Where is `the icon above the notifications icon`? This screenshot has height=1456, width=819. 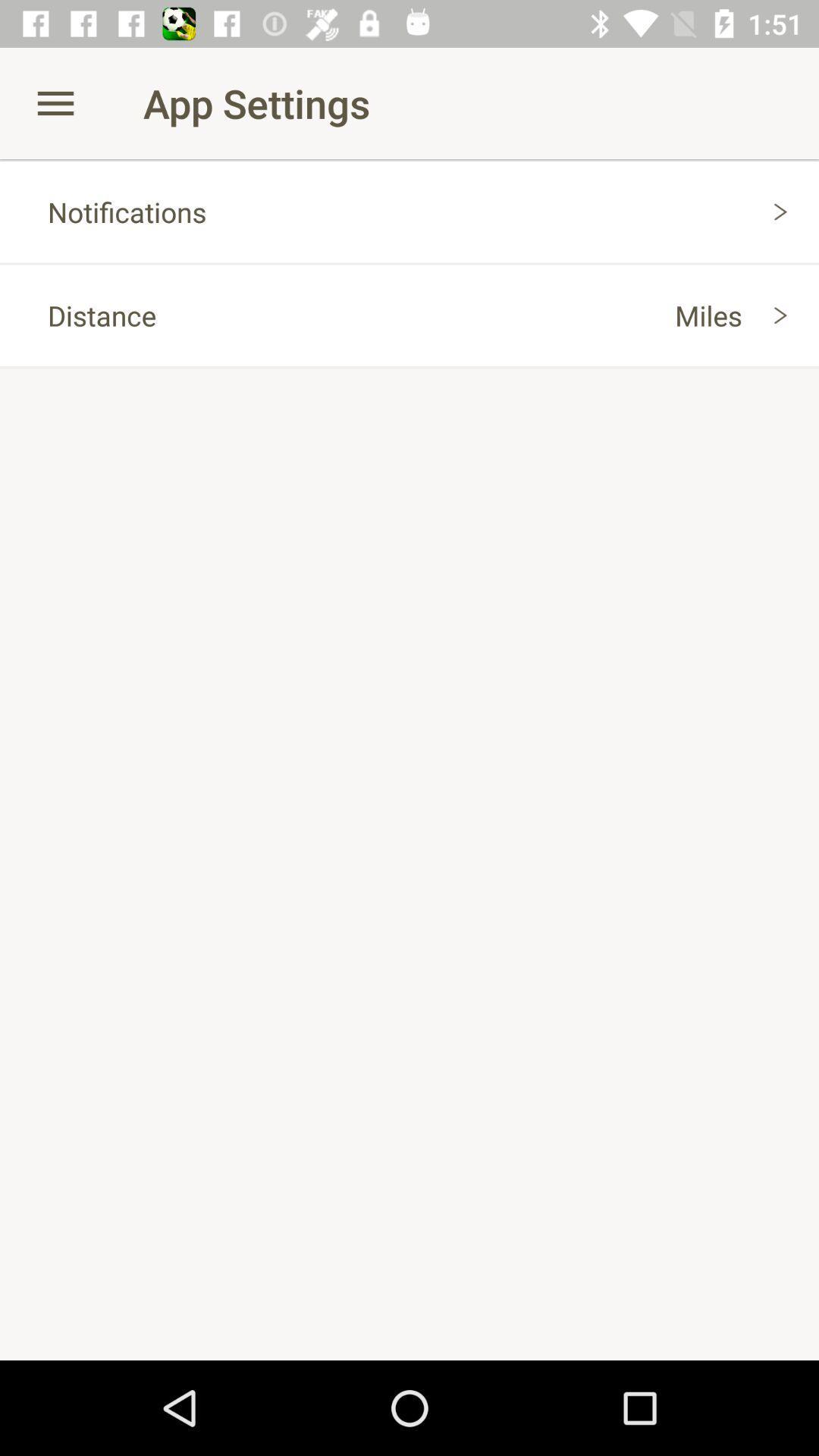
the icon above the notifications icon is located at coordinates (55, 102).